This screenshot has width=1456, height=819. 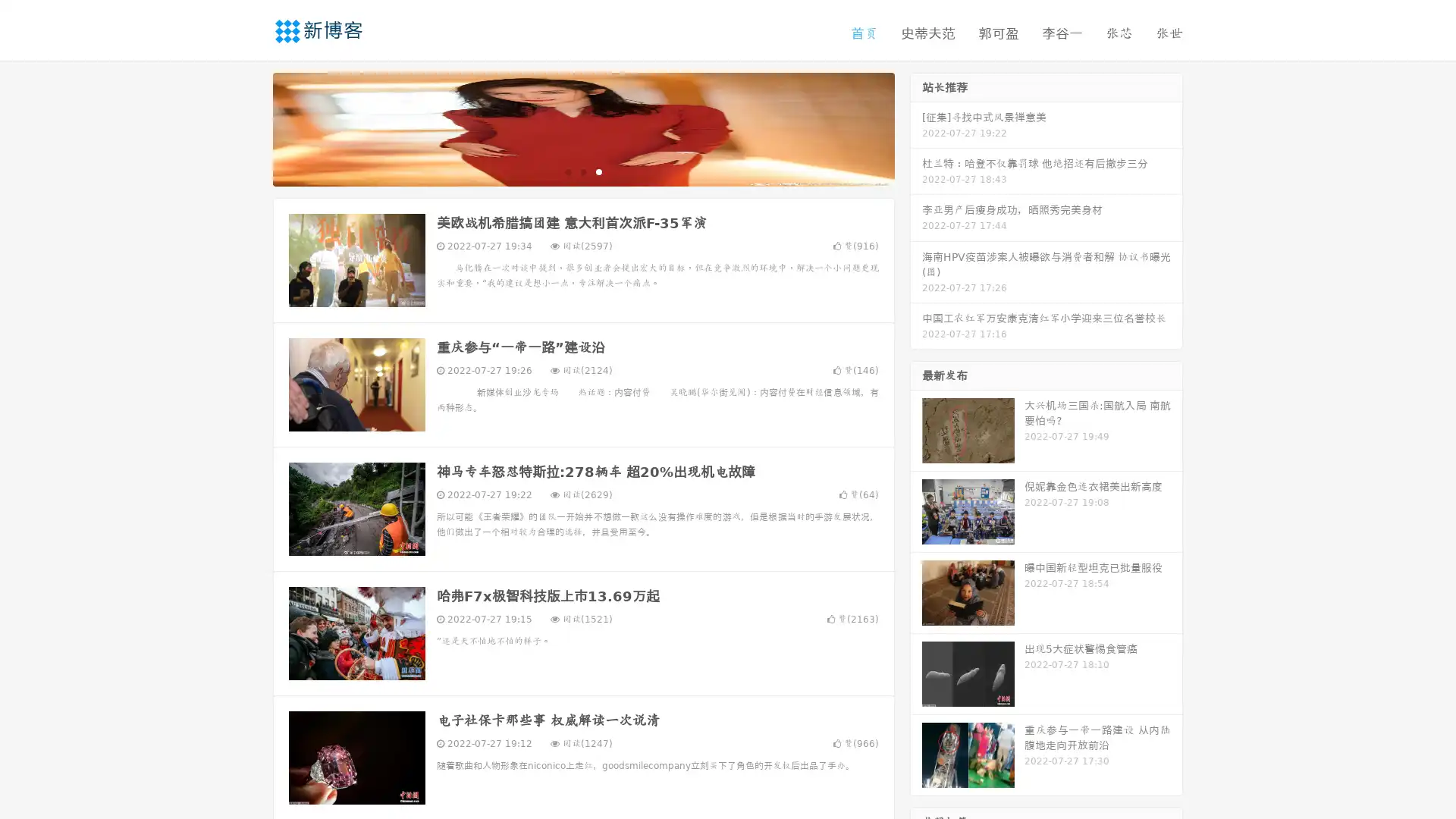 What do you see at coordinates (582, 171) in the screenshot?
I see `Go to slide 2` at bounding box center [582, 171].